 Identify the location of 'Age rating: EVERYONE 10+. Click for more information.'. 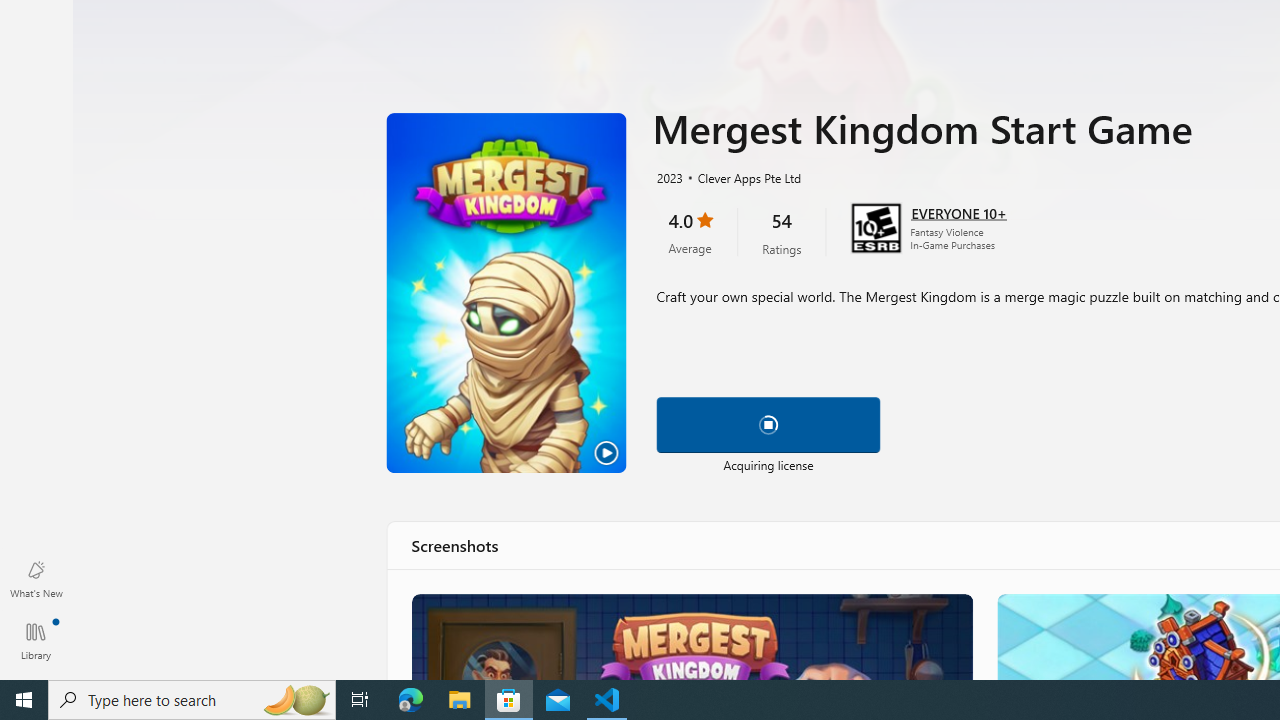
(957, 212).